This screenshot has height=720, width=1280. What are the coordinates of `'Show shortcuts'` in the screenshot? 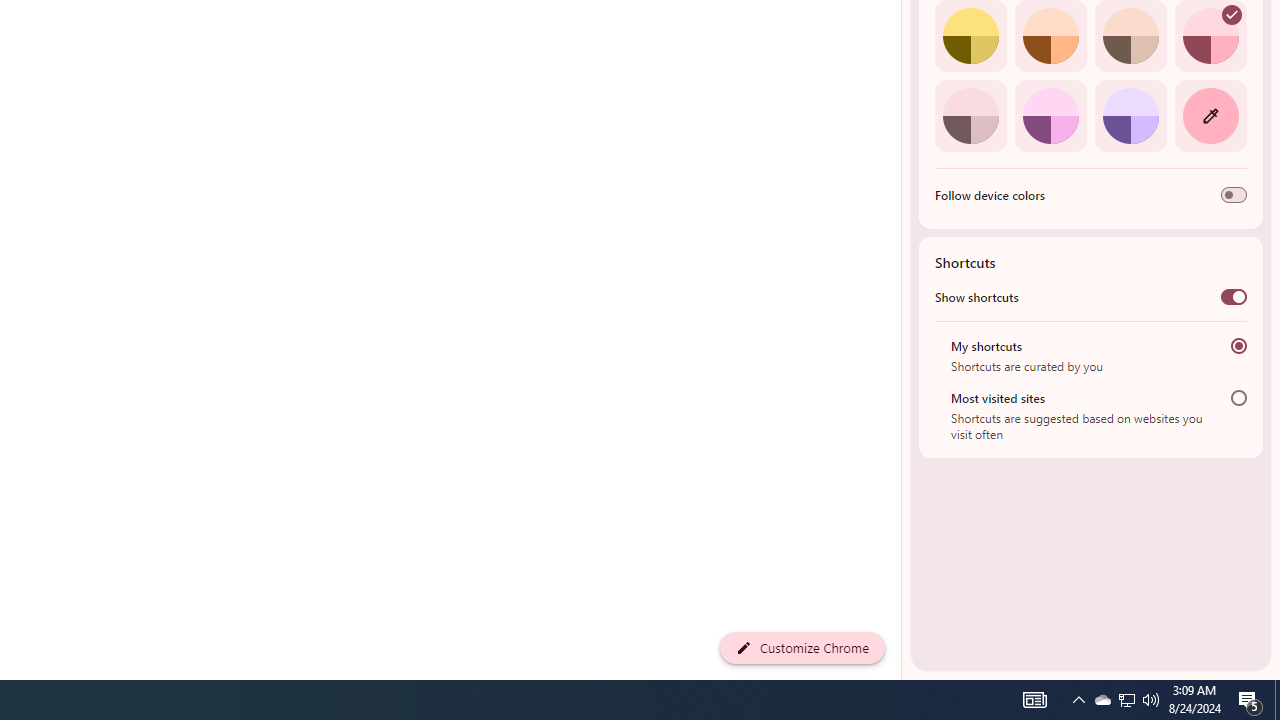 It's located at (1232, 297).